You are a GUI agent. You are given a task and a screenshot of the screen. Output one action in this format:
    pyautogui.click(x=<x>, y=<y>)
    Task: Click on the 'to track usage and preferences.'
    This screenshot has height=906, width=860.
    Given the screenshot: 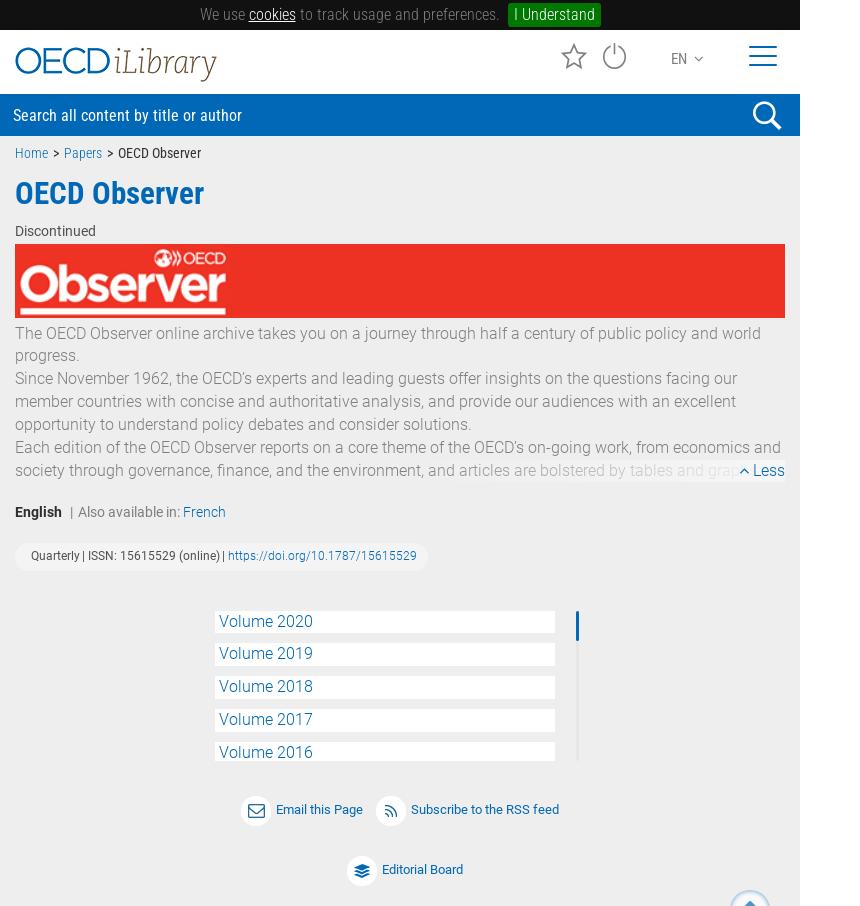 What is the action you would take?
    pyautogui.click(x=395, y=13)
    